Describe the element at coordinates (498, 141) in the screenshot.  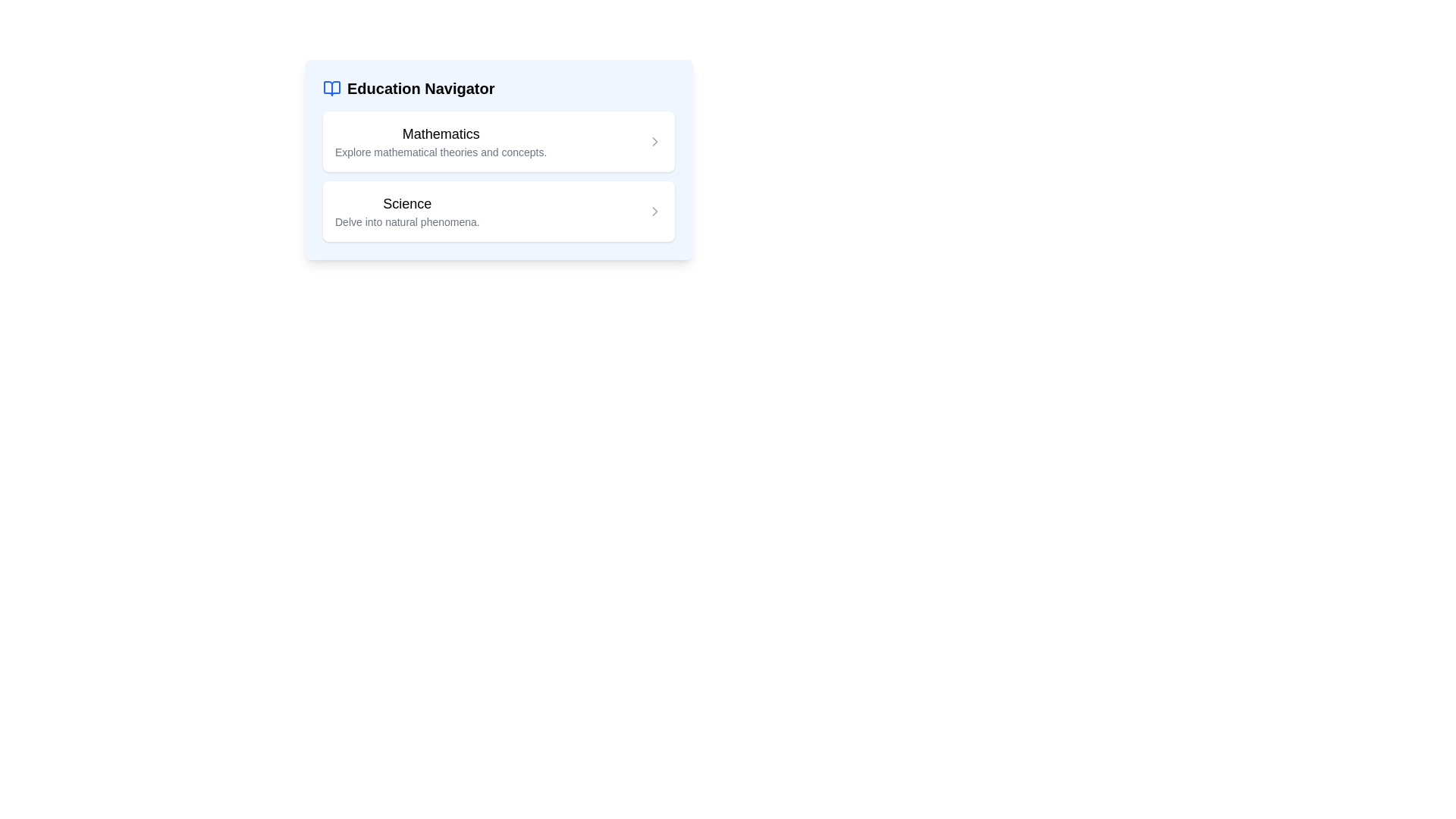
I see `the 'Mathematics' card, which is the first clickable card in the 'Education Navigator' list` at that location.